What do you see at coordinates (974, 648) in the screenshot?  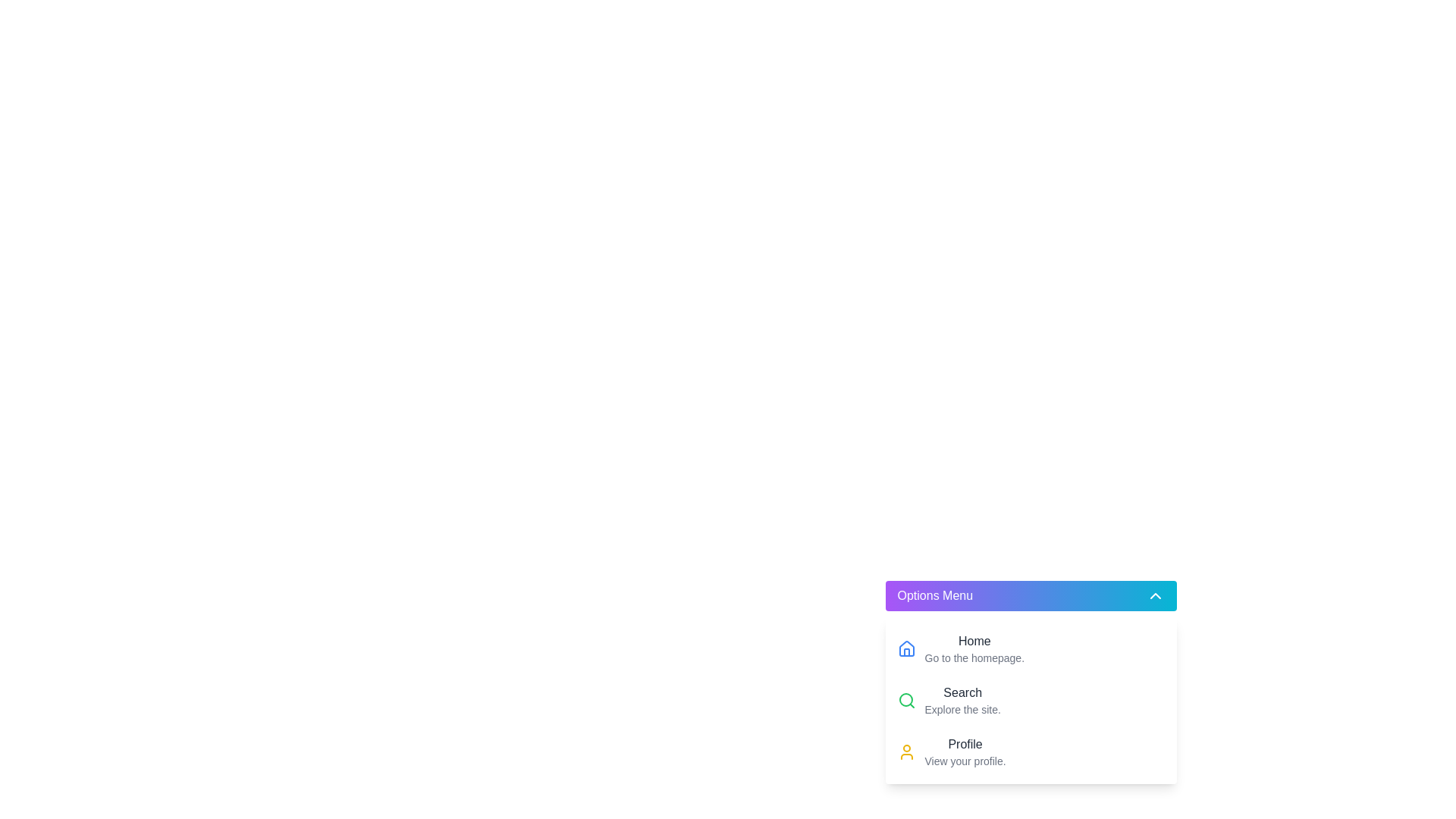 I see `the Text Label that serves as a navigational link` at bounding box center [974, 648].